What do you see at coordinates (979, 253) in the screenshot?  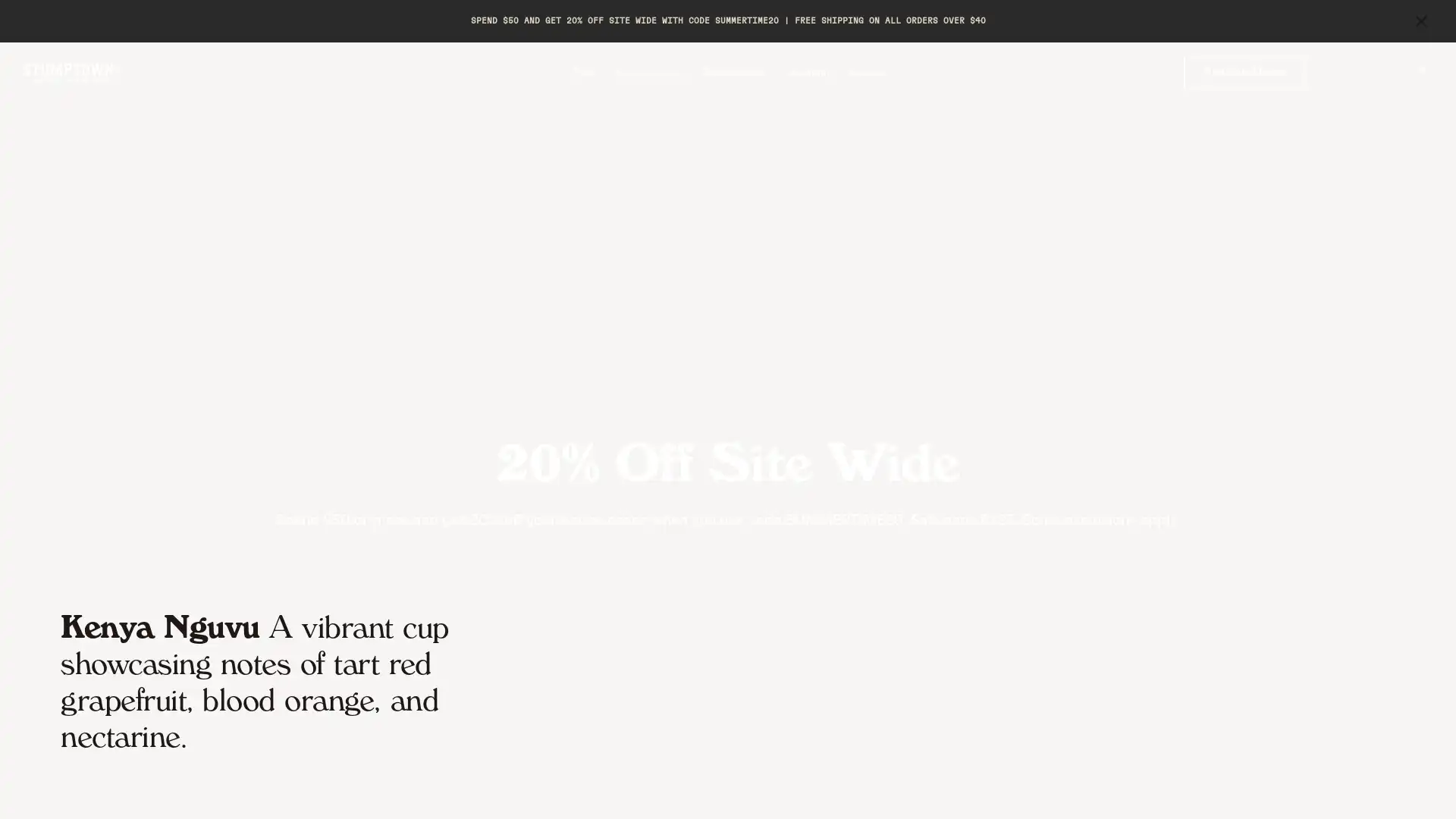 I see `Close form` at bounding box center [979, 253].